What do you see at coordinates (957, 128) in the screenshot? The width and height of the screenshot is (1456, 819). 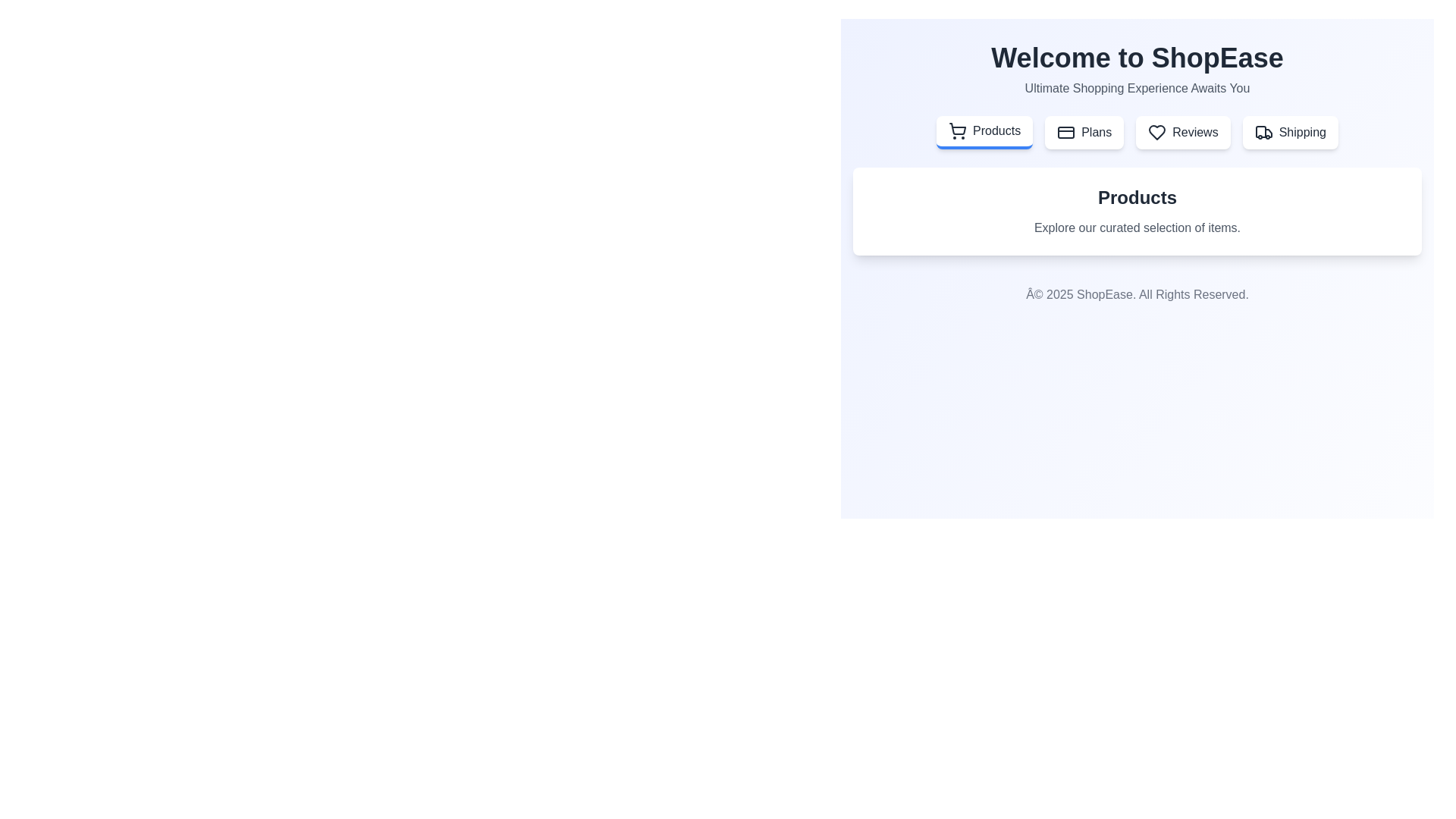 I see `the shopping cart icon, which is part of the first button in the horizontal navigation bar located above the 'Products' text` at bounding box center [957, 128].